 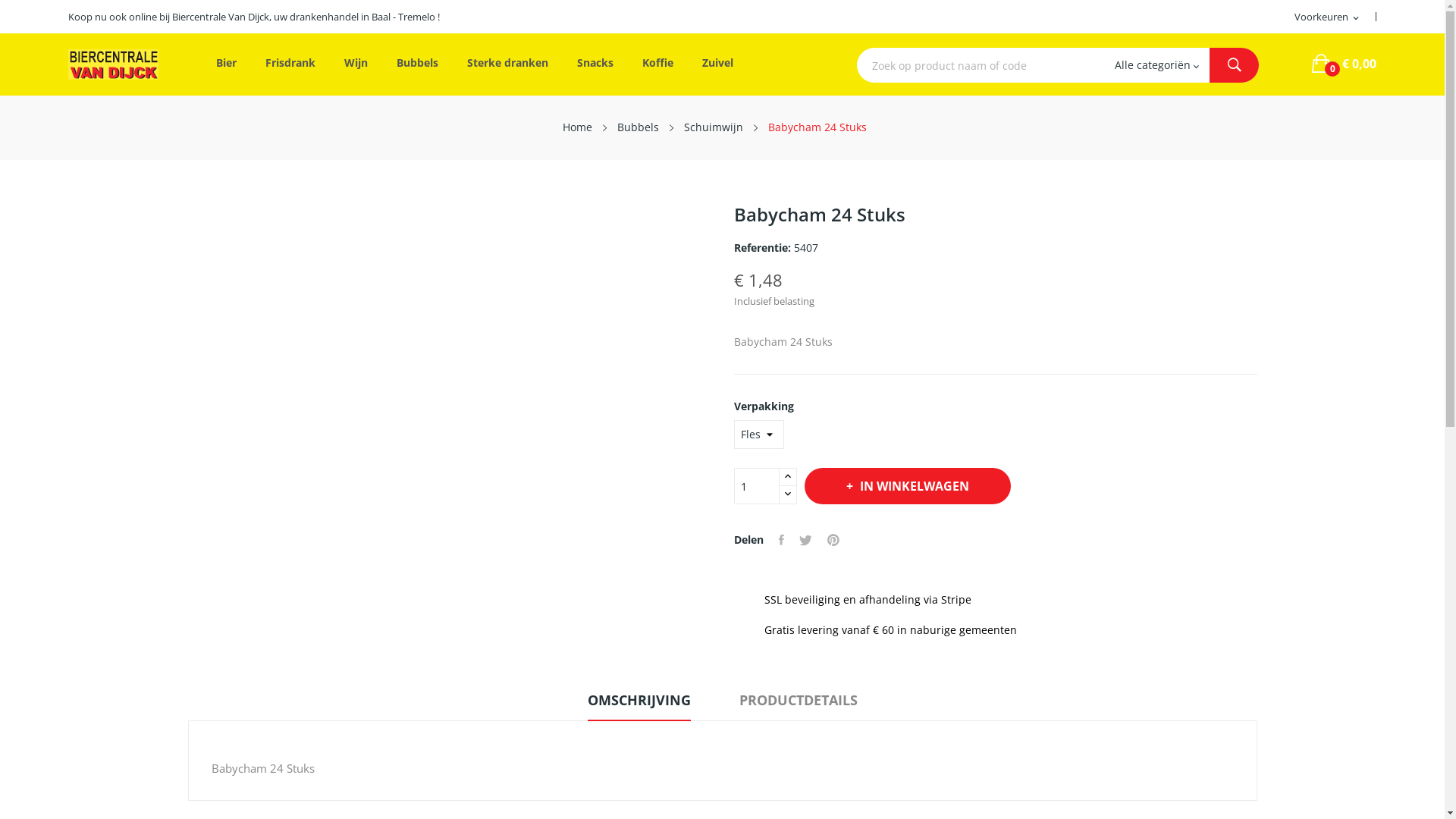 What do you see at coordinates (225, 63) in the screenshot?
I see `'Bier'` at bounding box center [225, 63].